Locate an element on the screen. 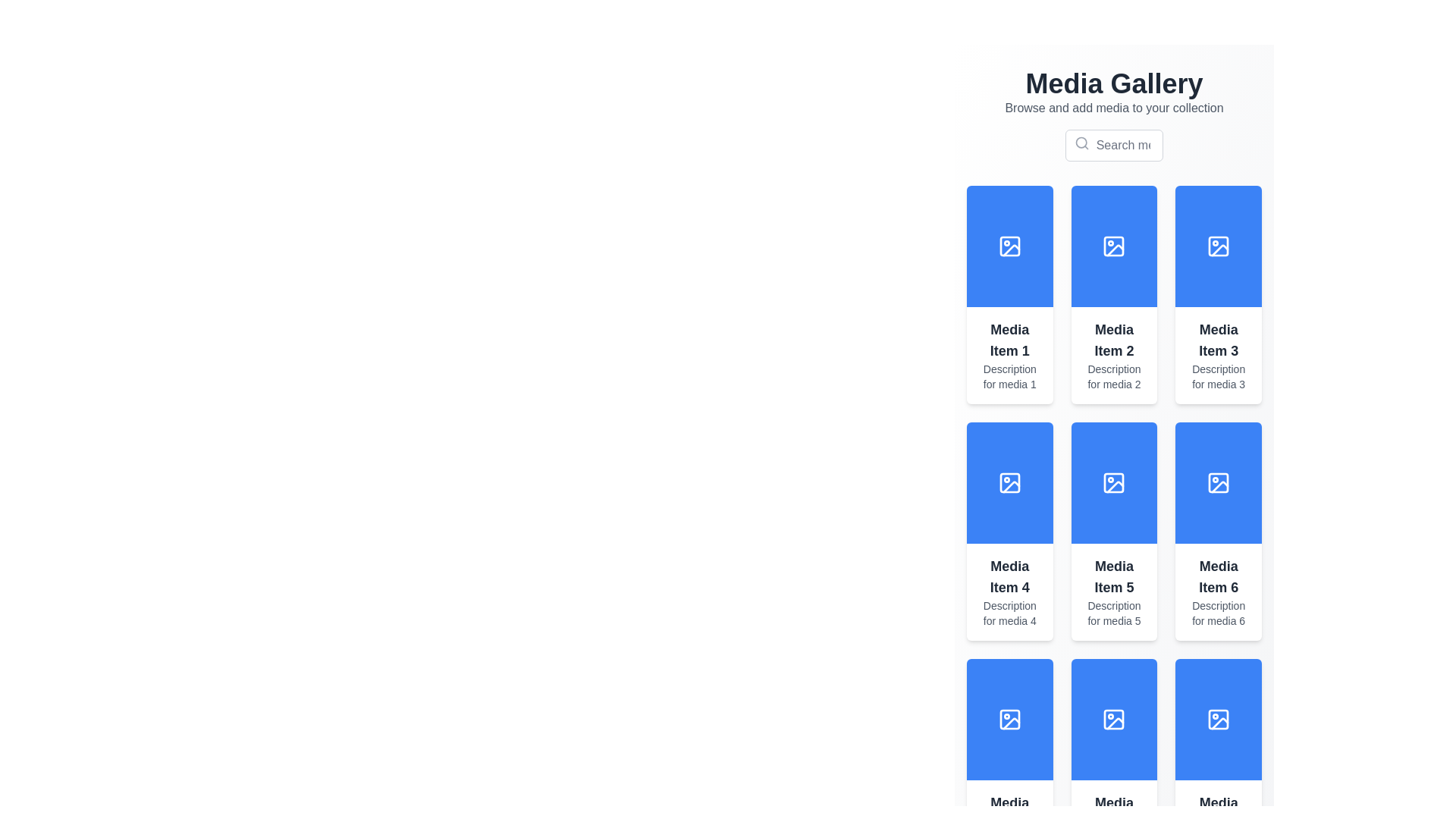 This screenshot has width=1456, height=819. the title text element identifying a media item located in the second card of the top row of a grid layout, positioned above the description text and below the image placeholder is located at coordinates (1114, 339).